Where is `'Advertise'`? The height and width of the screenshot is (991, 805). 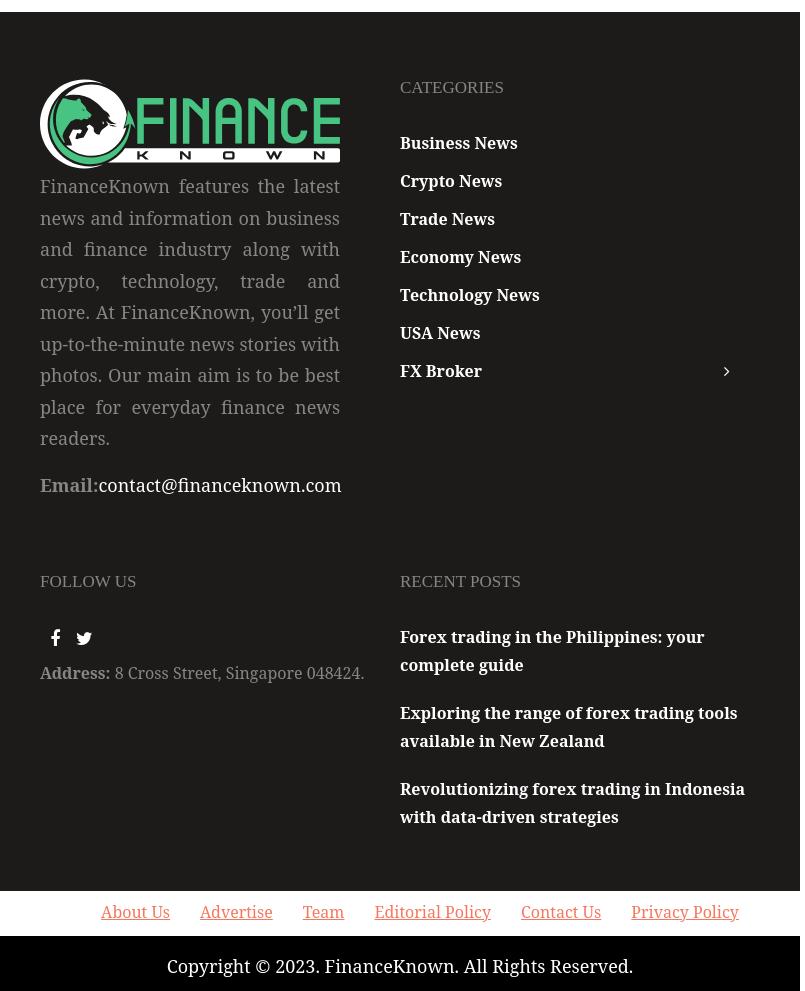
'Advertise' is located at coordinates (198, 910).